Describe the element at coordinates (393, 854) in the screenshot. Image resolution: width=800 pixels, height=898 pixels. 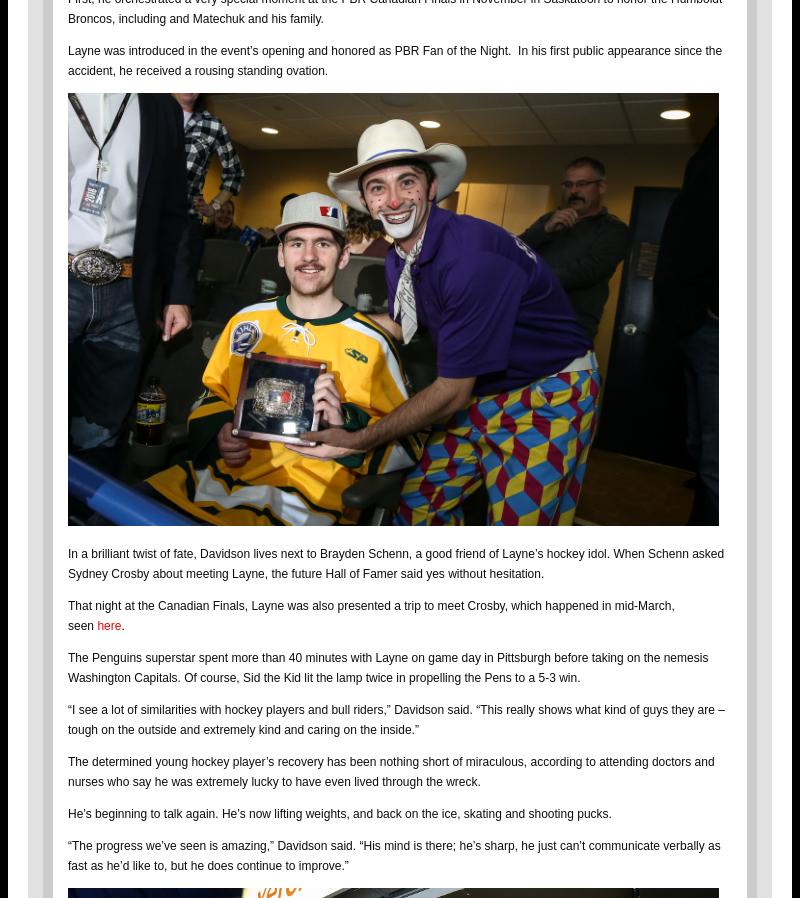
I see `'“The progress we’ve seen is amazing,” Davidson said. “His mind is there; he’s sharp, he just can’t communicate verbally as fast as he’d like to, but he does continue to improve.”'` at that location.